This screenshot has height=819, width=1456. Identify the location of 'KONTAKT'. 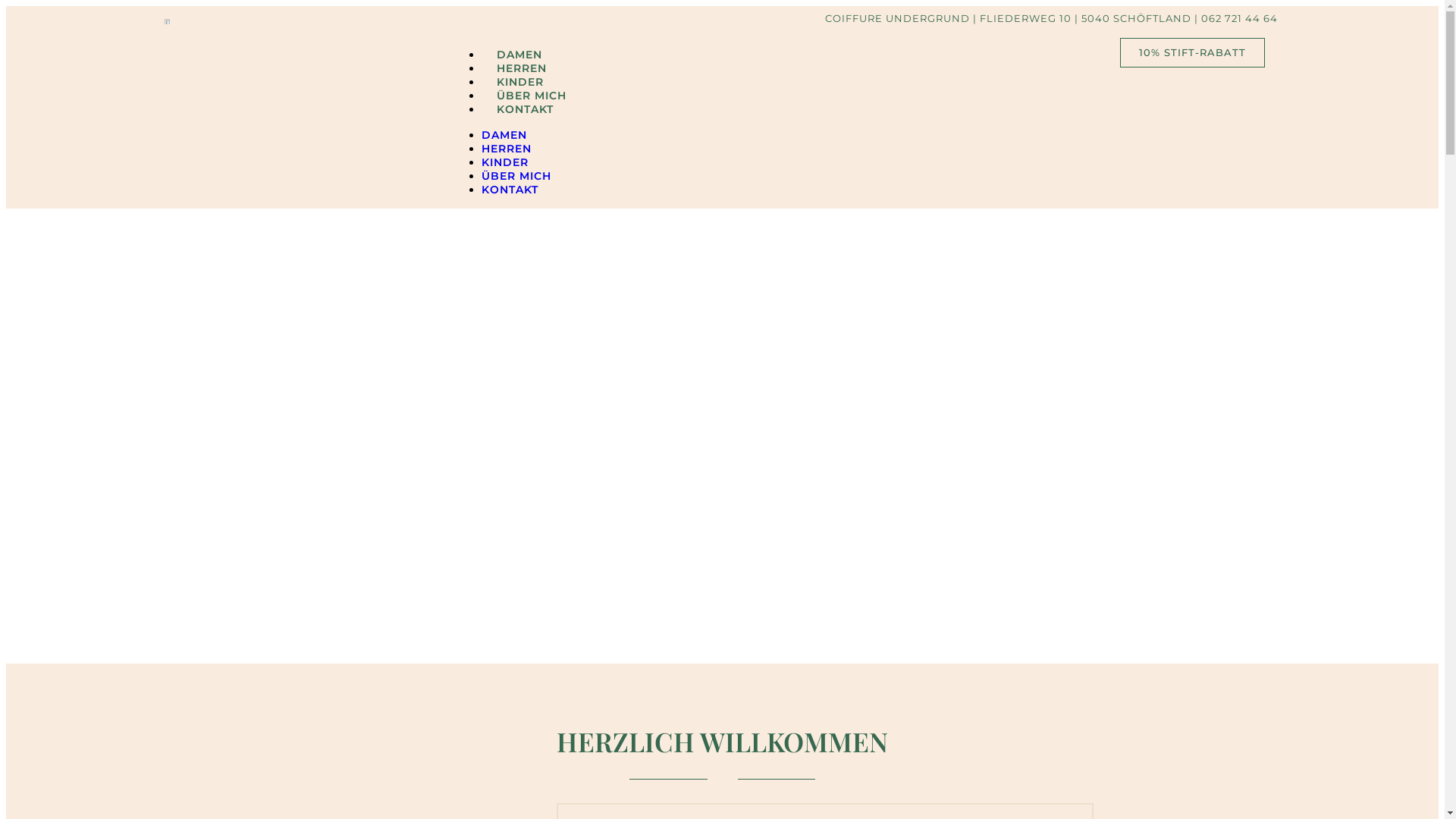
(480, 108).